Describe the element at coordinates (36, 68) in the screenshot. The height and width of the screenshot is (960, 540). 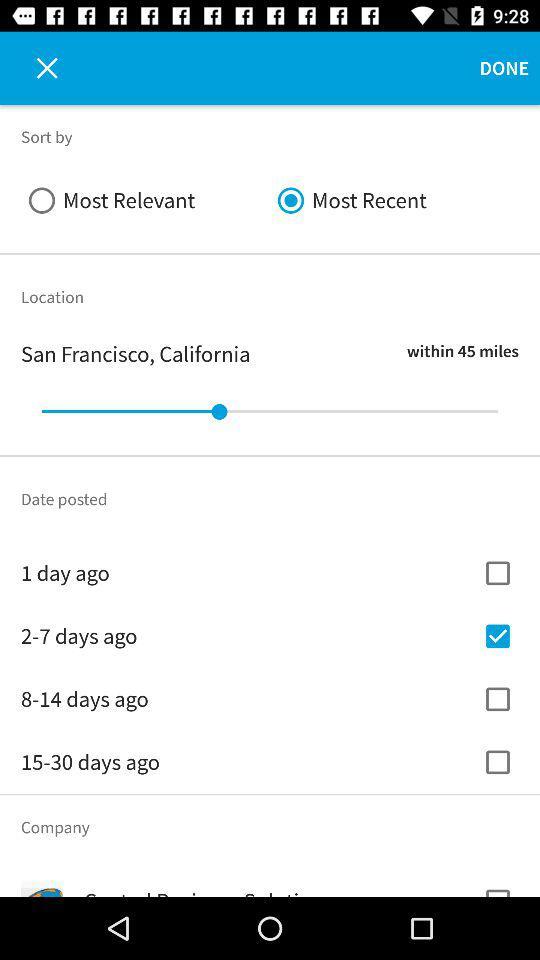
I see `the icon to the left of filter icon` at that location.